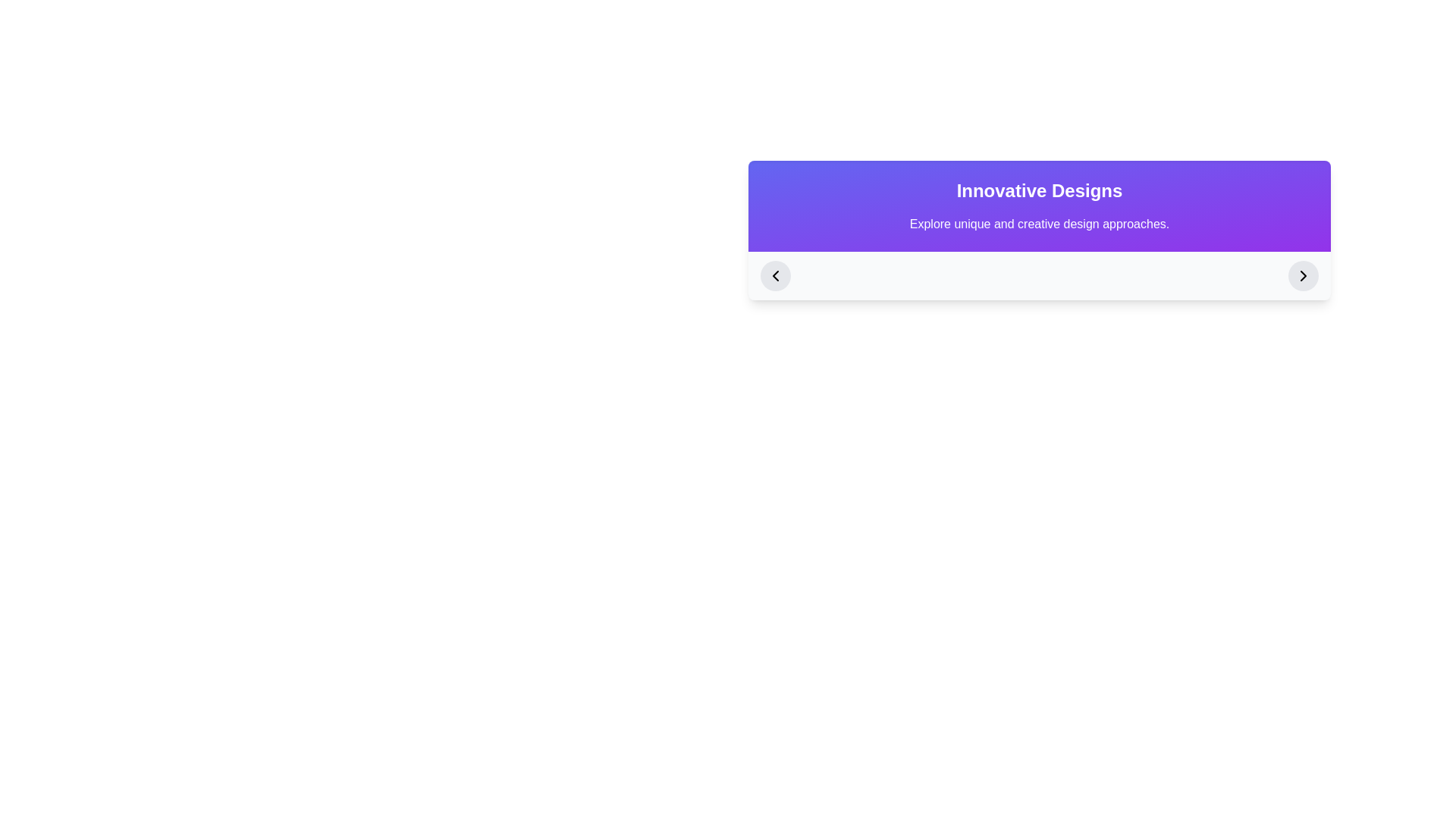 This screenshot has height=819, width=1456. Describe the element at coordinates (775, 275) in the screenshot. I see `the navigation button located at the left end of the horizontal control bar under 'Innovative Designs'` at that location.